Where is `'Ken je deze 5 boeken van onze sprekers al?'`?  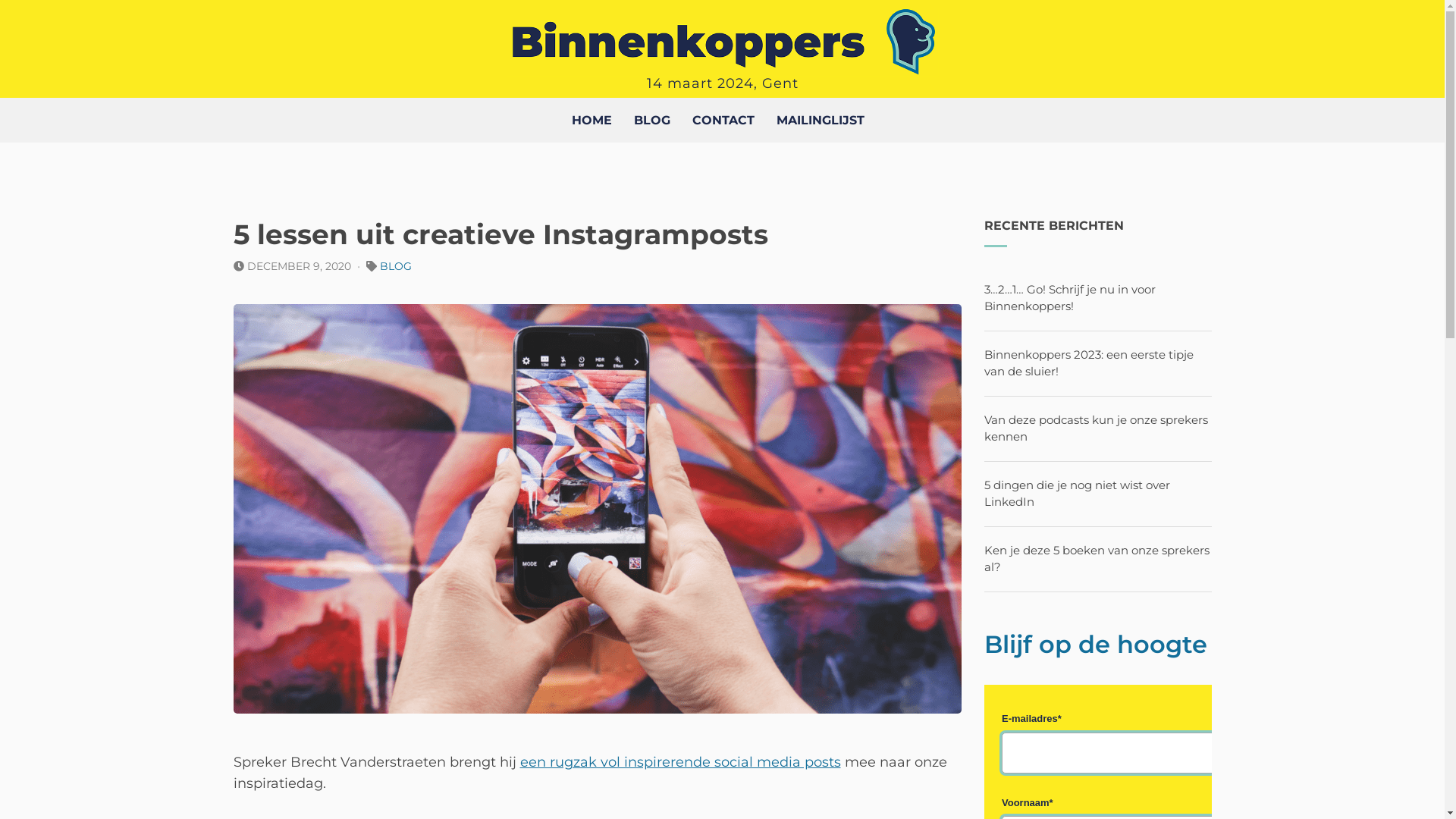 'Ken je deze 5 boeken van onze sprekers al?' is located at coordinates (1097, 558).